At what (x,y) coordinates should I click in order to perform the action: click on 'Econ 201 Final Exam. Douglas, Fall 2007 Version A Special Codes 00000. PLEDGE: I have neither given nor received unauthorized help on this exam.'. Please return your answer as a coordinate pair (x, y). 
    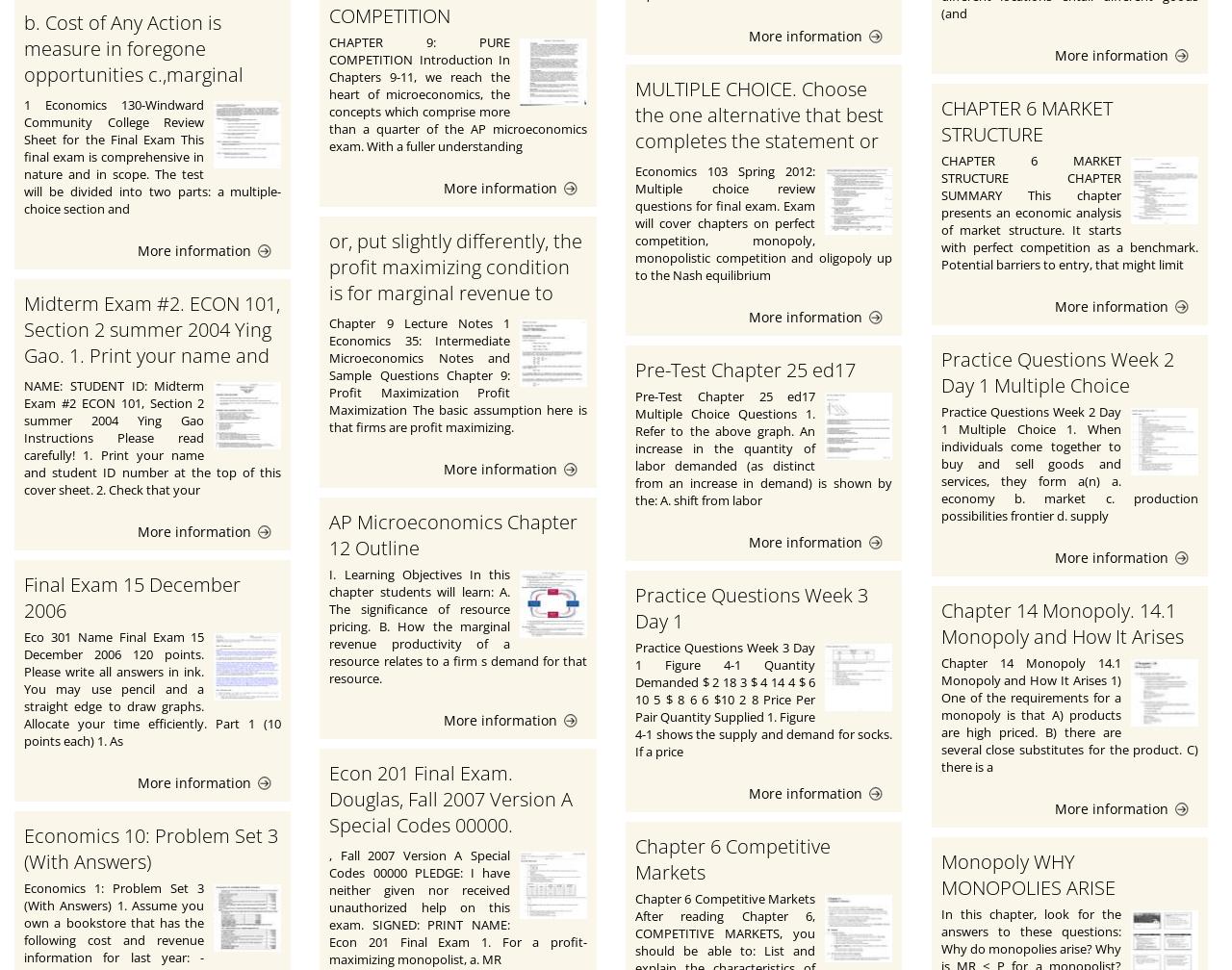
    Looking at the image, I should click on (452, 838).